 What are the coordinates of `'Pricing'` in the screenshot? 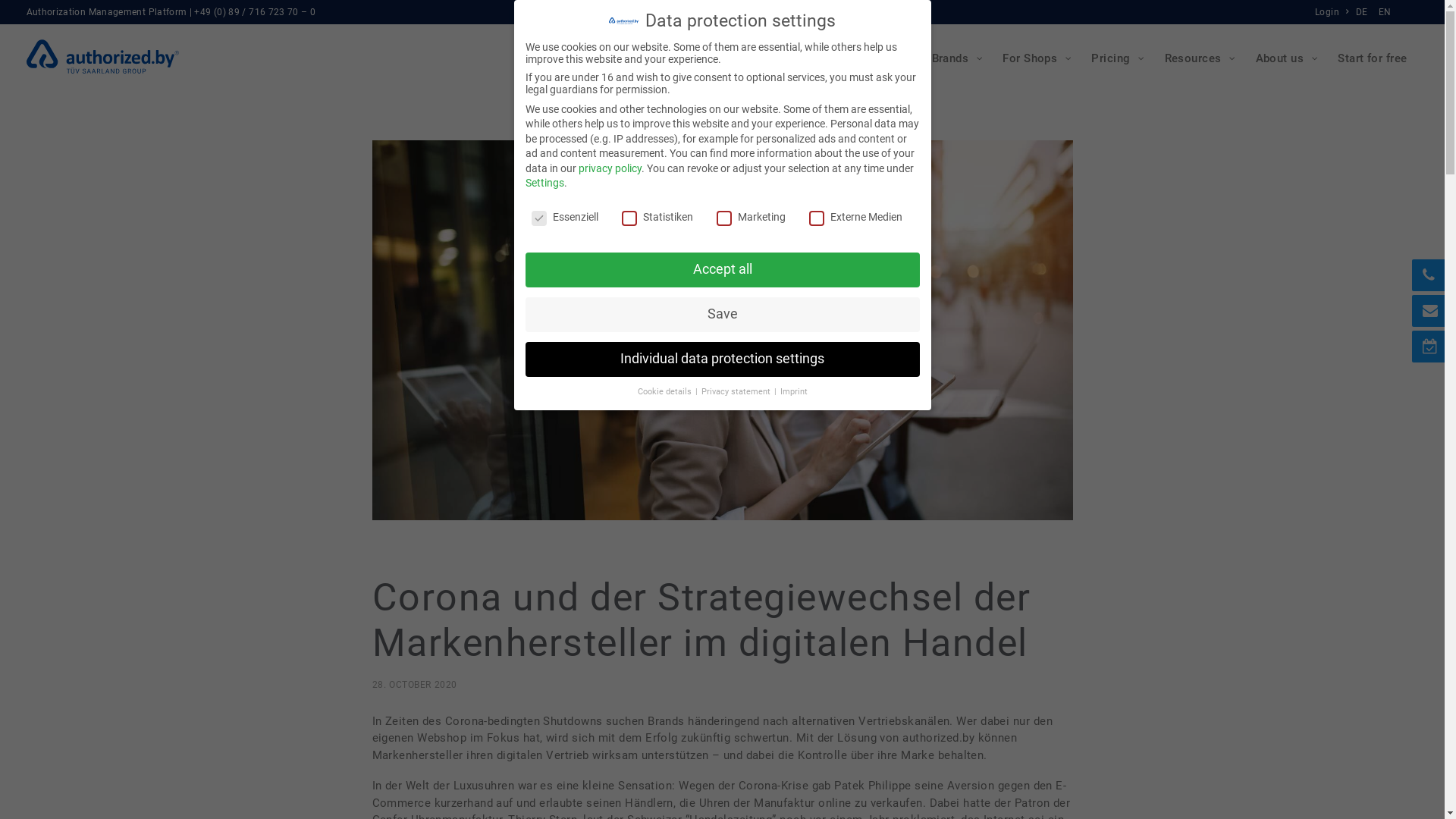 It's located at (1116, 58).